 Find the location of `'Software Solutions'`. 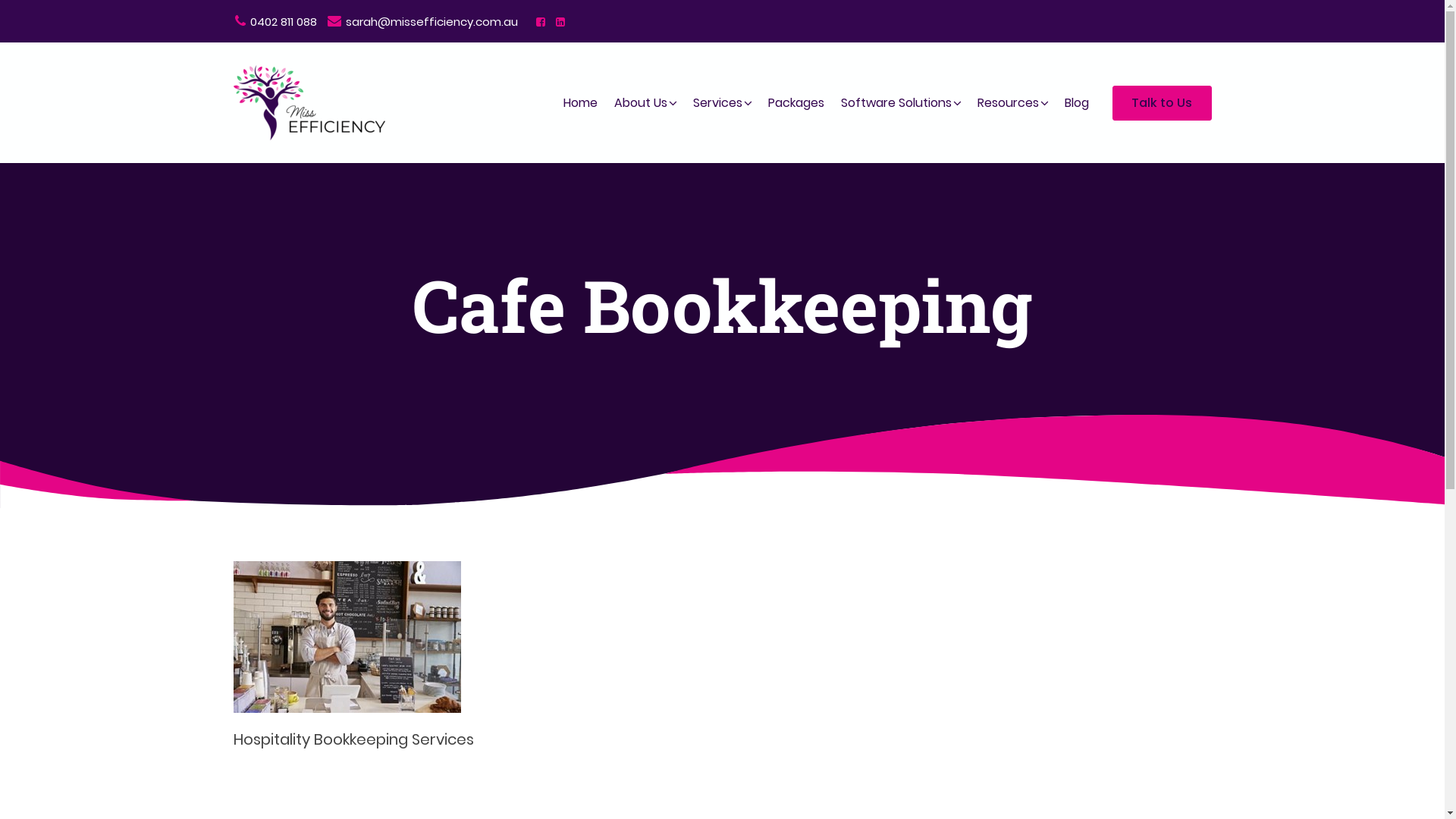

'Software Solutions' is located at coordinates (896, 102).